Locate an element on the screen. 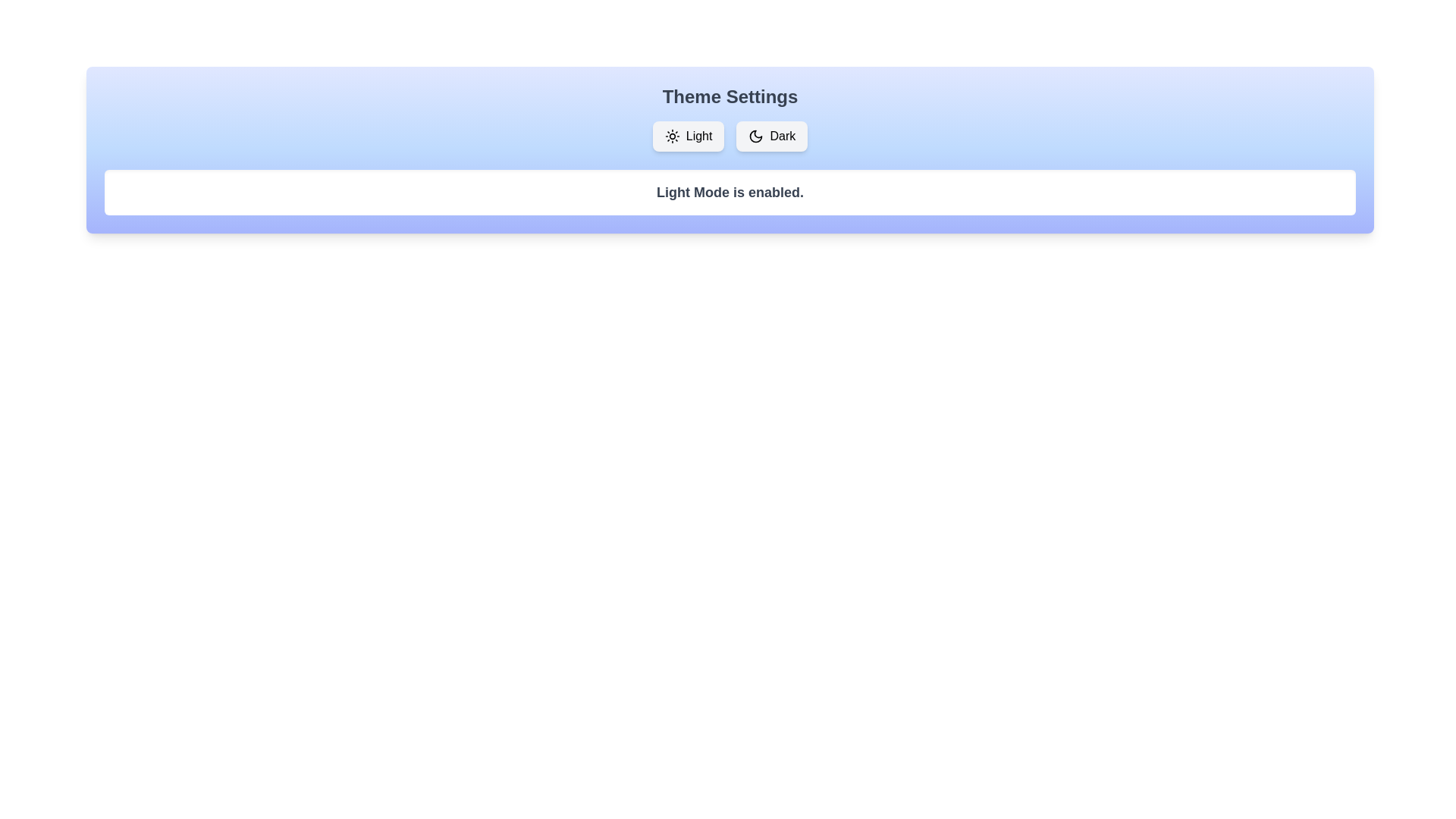 The width and height of the screenshot is (1456, 819). the sun icon to explore its visual details is located at coordinates (671, 136).